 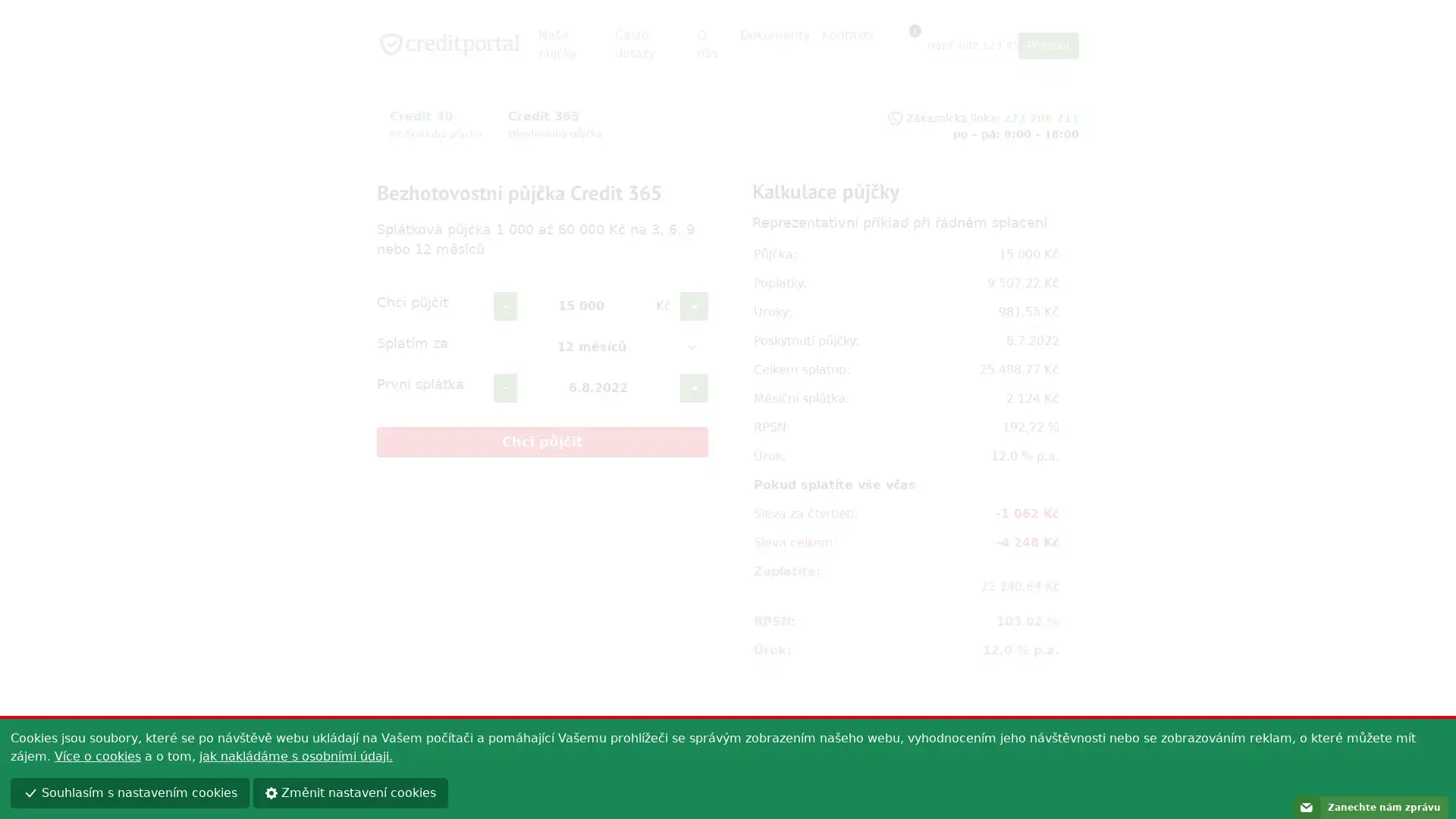 What do you see at coordinates (130, 792) in the screenshot?
I see `Souhlasim s nastavenim cookies` at bounding box center [130, 792].